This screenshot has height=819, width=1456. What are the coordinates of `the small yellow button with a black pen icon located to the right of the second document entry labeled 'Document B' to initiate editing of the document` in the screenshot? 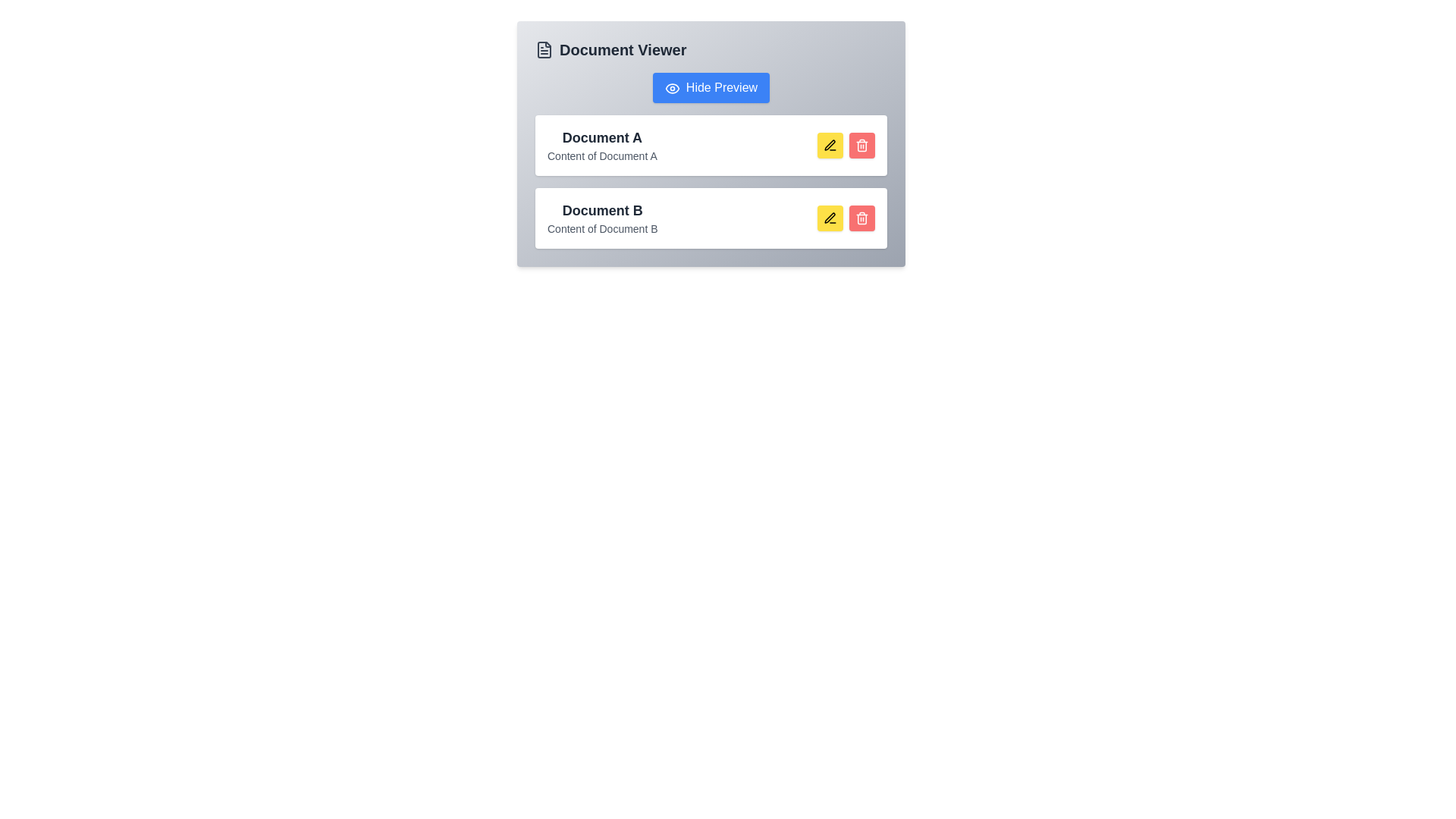 It's located at (829, 218).